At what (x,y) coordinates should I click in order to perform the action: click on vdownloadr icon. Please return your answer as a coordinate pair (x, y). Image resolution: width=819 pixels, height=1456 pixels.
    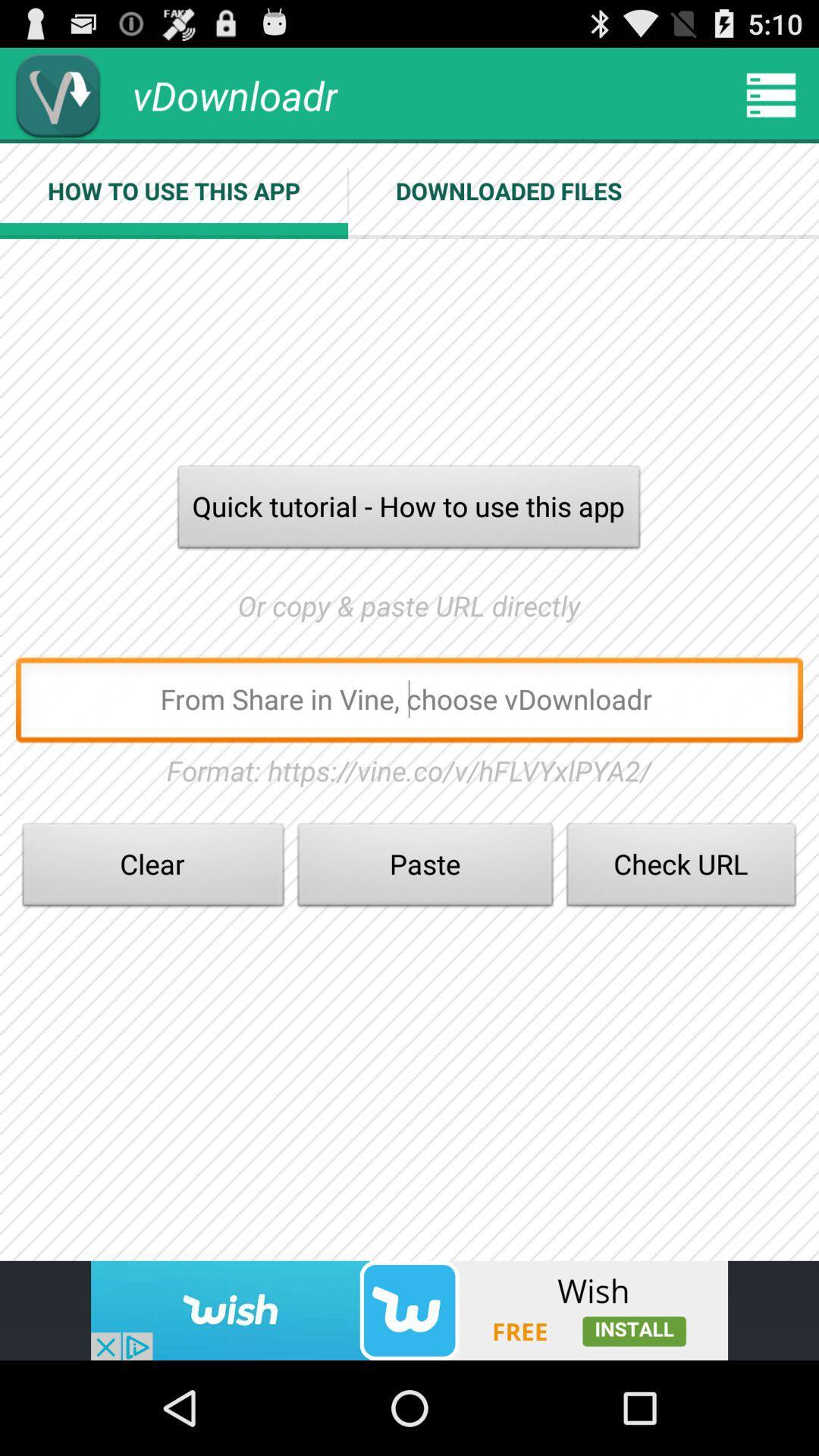
    Looking at the image, I should click on (57, 94).